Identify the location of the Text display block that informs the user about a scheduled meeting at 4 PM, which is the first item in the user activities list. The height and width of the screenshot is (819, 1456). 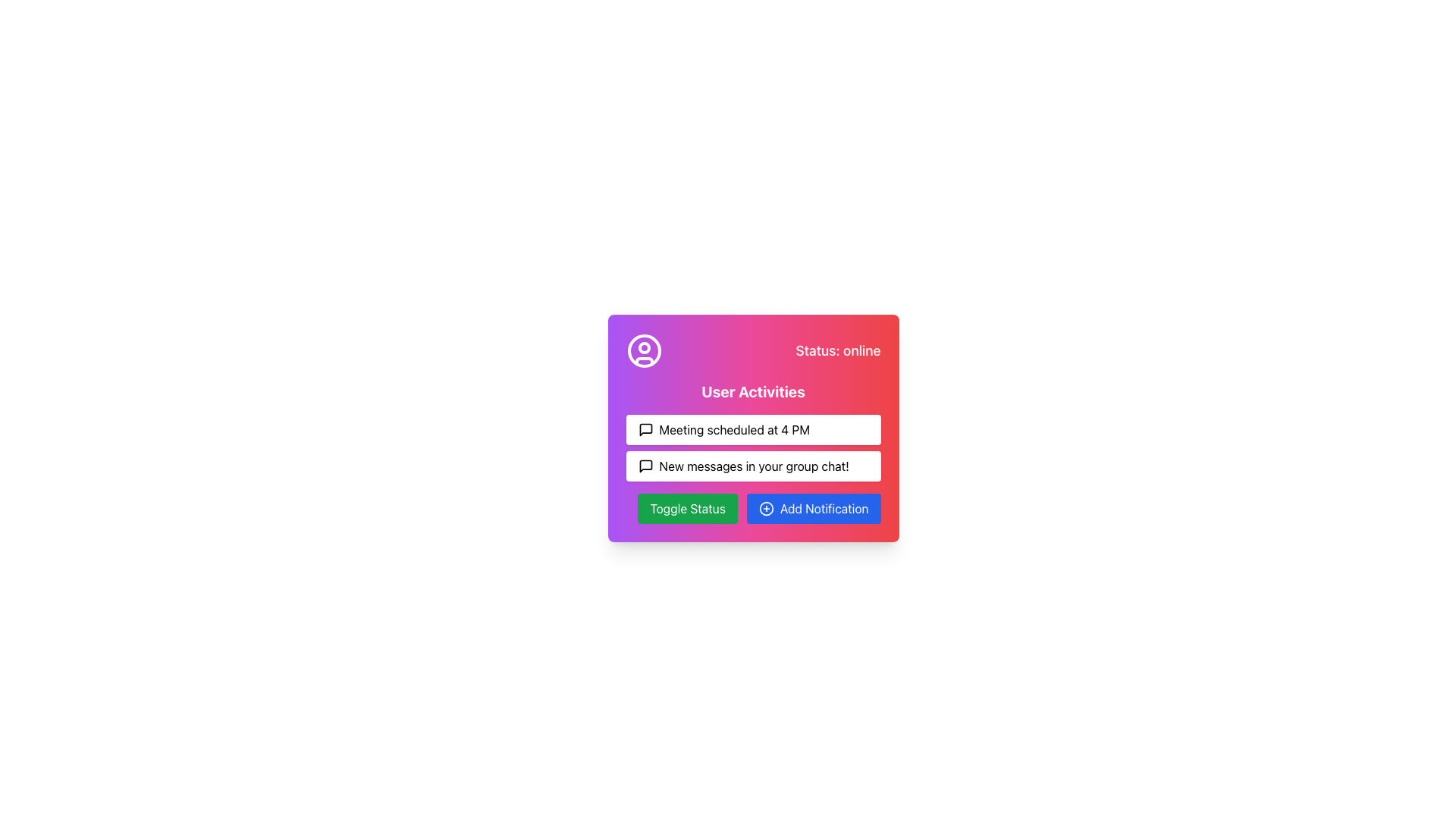
(753, 430).